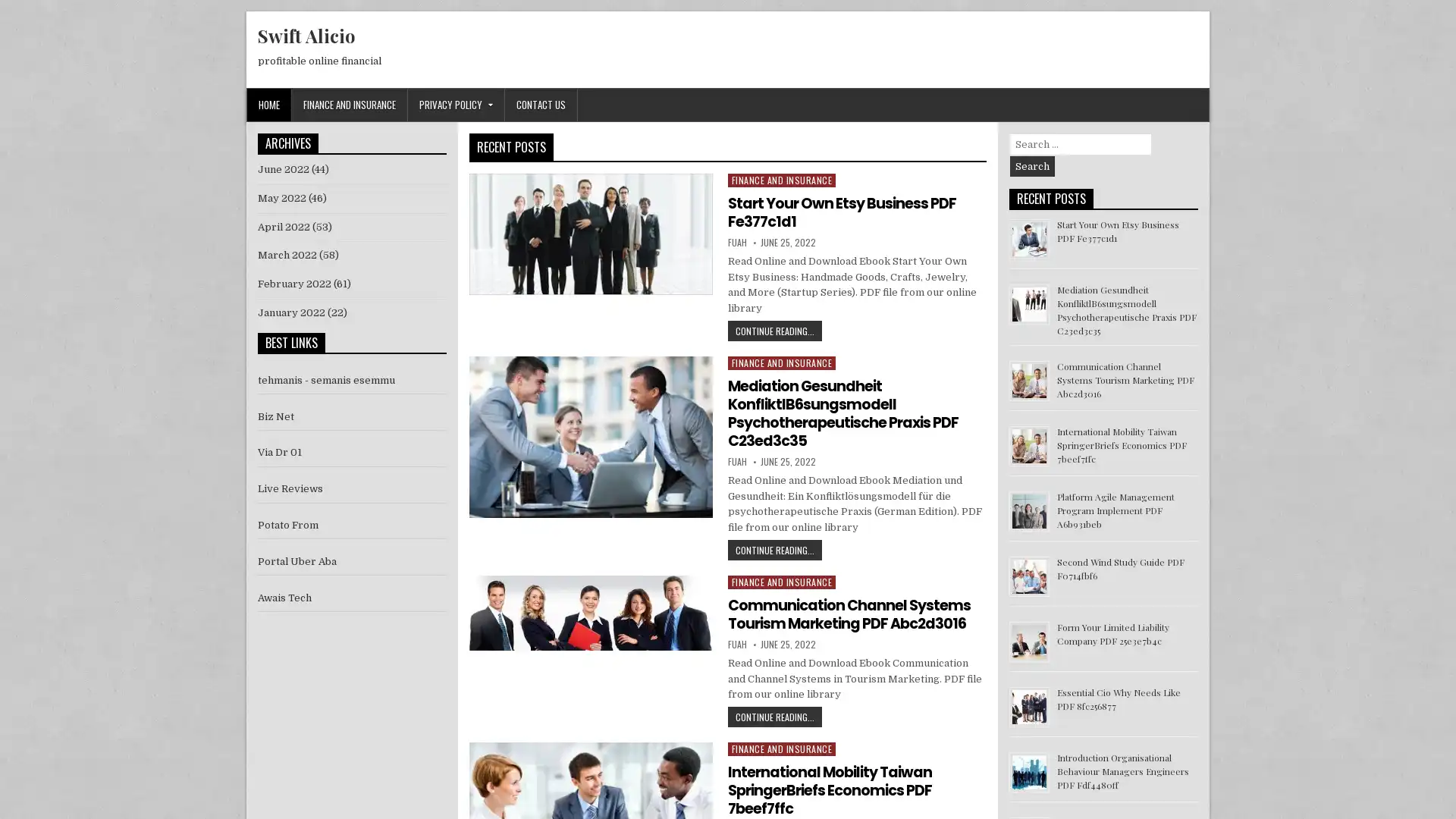  Describe the element at coordinates (1031, 166) in the screenshot. I see `Search` at that location.